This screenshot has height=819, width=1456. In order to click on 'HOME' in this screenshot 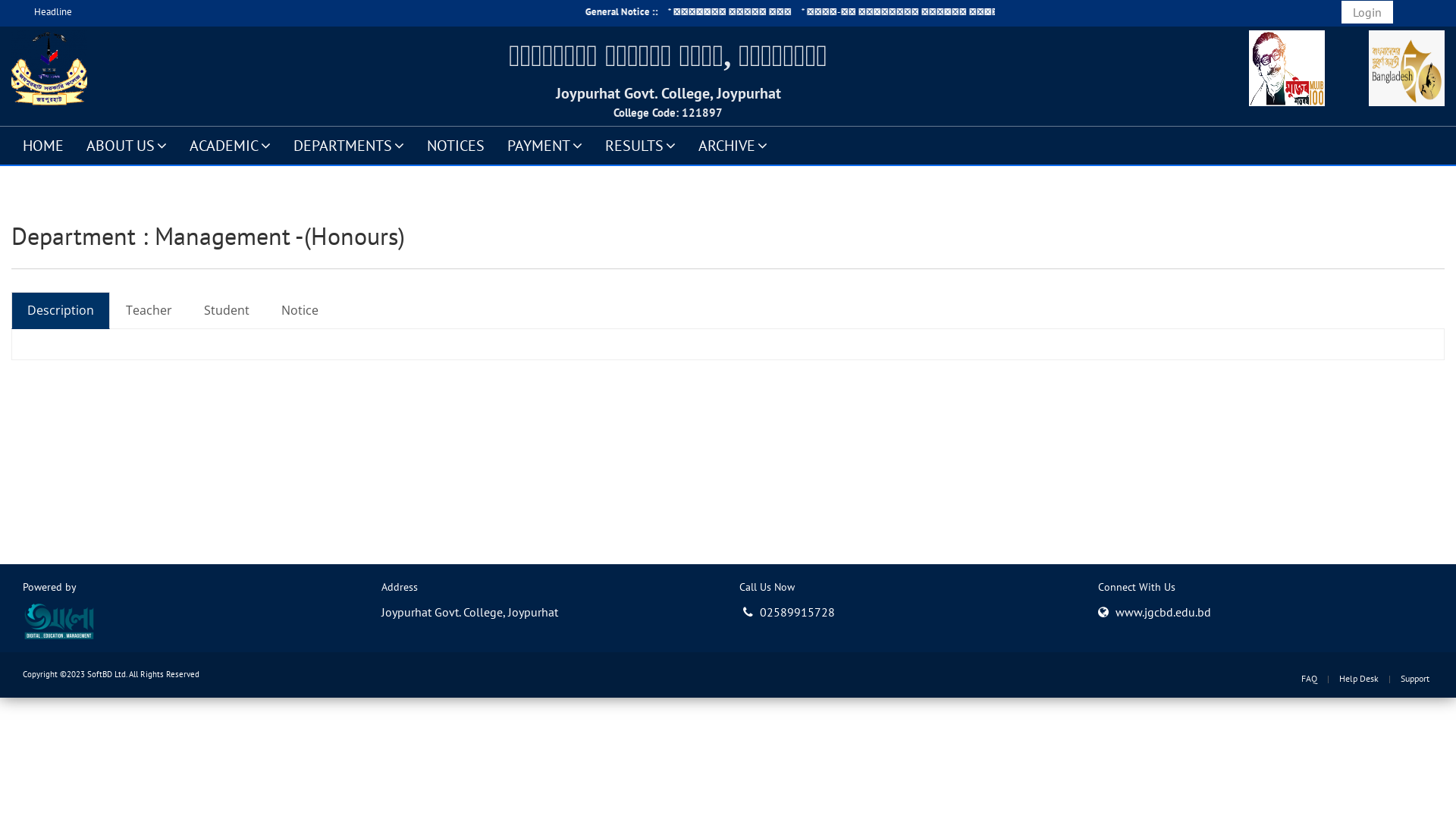, I will do `click(11, 145)`.